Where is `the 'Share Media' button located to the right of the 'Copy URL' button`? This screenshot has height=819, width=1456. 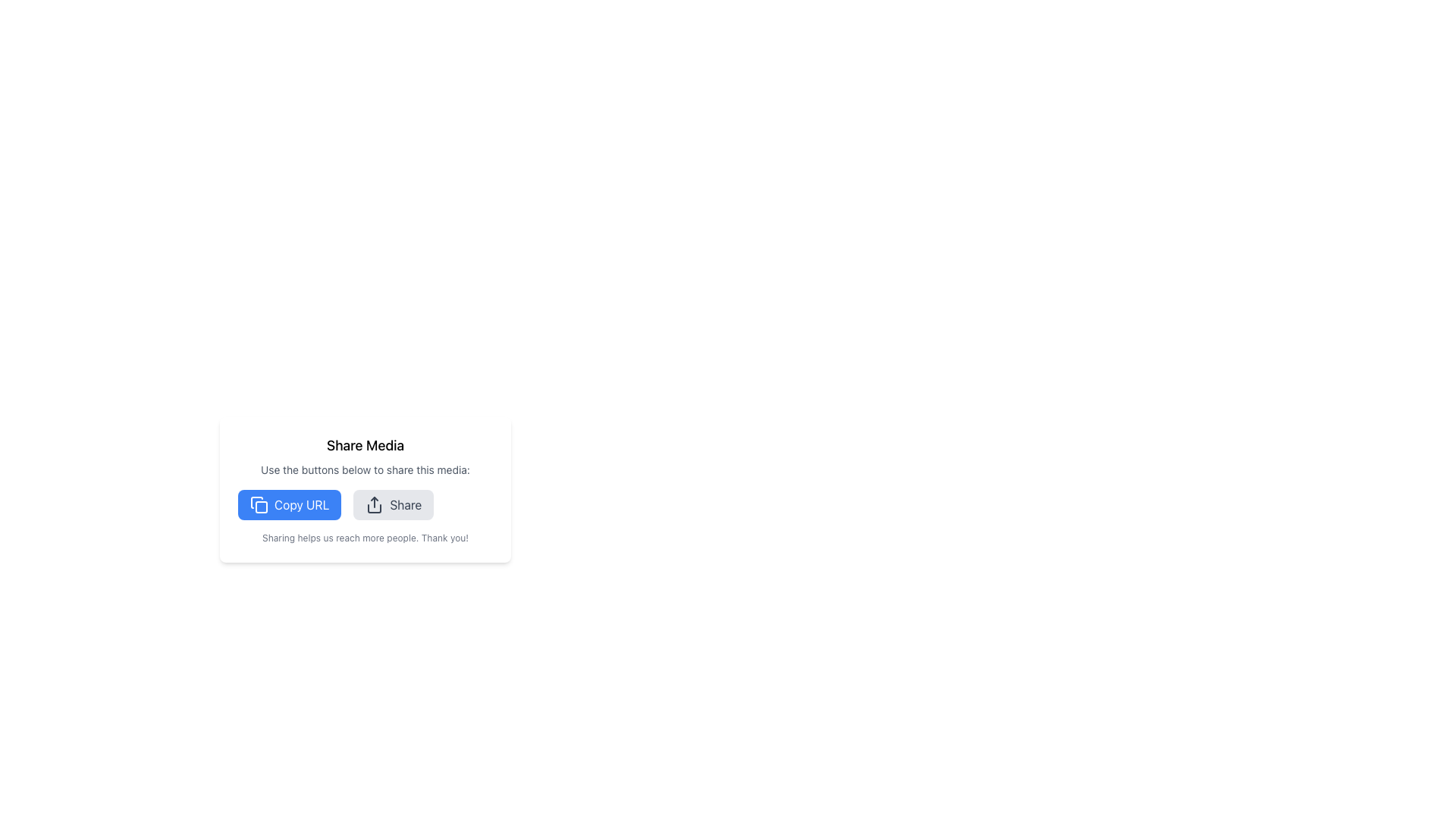 the 'Share Media' button located to the right of the 'Copy URL' button is located at coordinates (365, 489).